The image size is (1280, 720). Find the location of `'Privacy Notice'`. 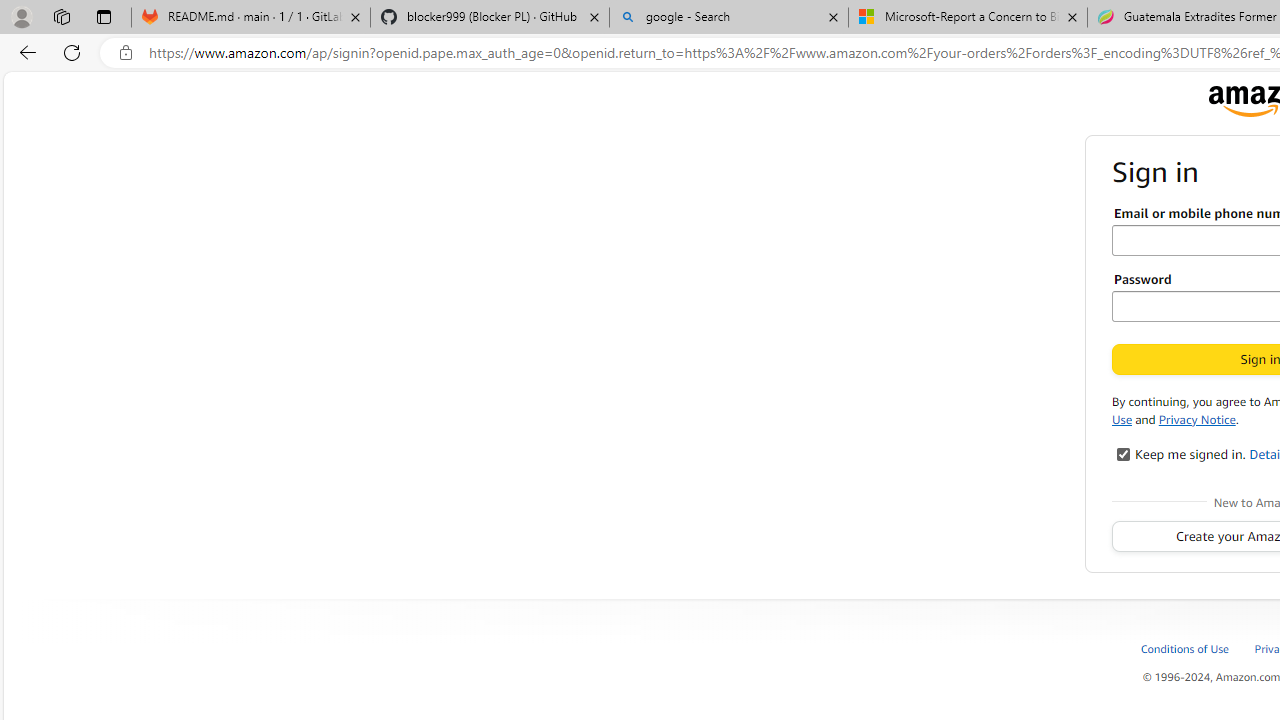

'Privacy Notice' is located at coordinates (1197, 418).